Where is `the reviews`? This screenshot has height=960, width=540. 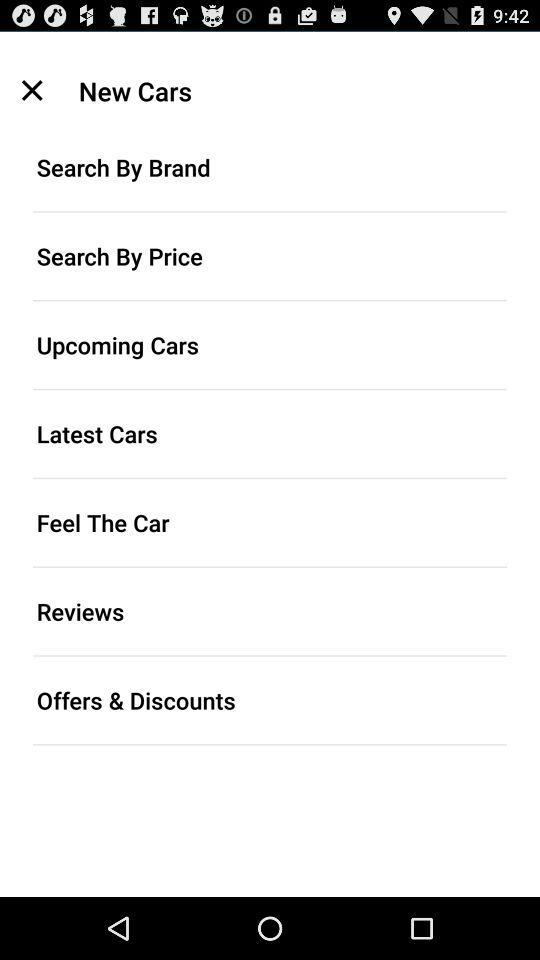 the reviews is located at coordinates (270, 610).